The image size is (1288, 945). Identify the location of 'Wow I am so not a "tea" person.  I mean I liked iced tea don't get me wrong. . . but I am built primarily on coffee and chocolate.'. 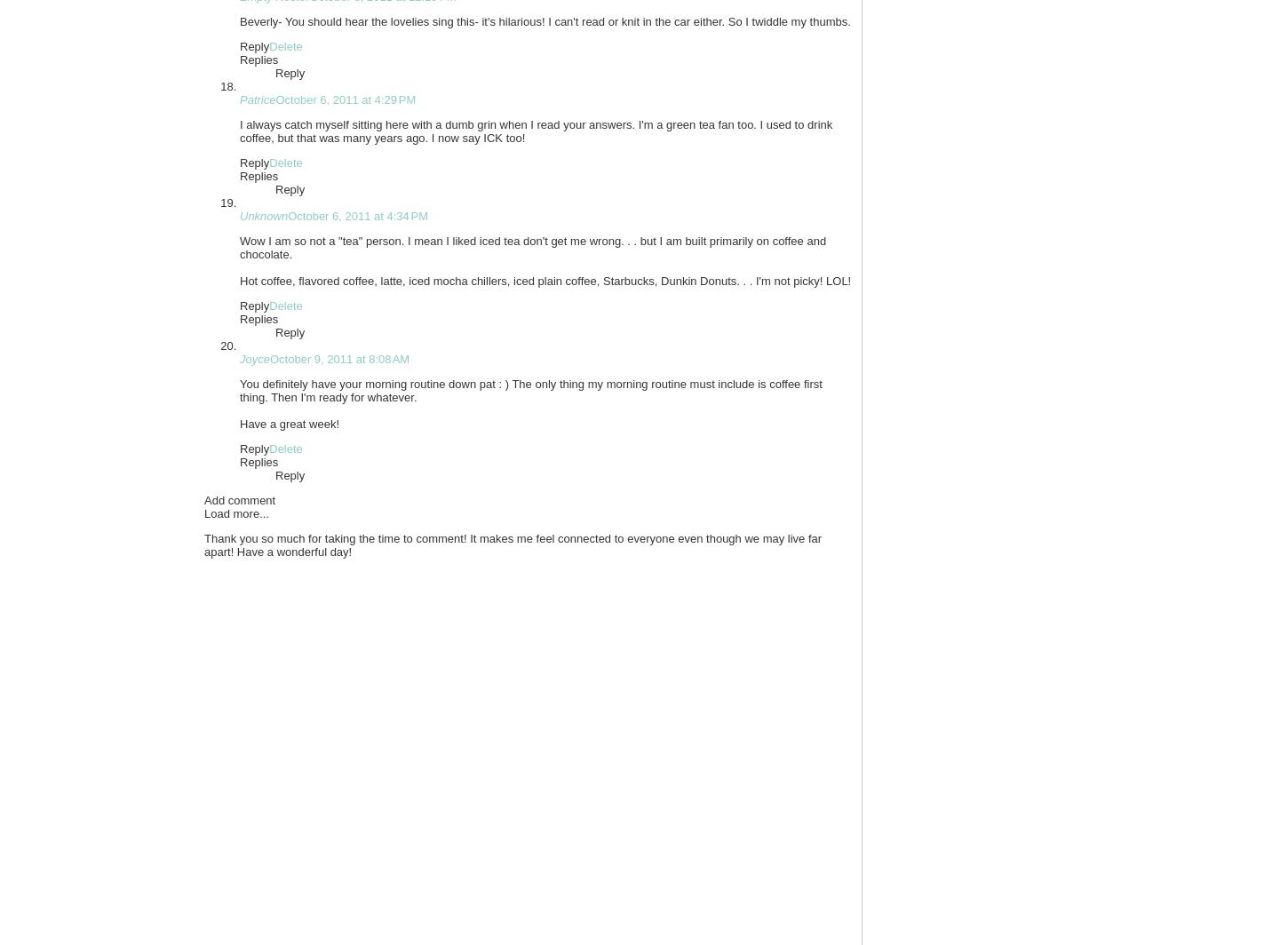
(533, 247).